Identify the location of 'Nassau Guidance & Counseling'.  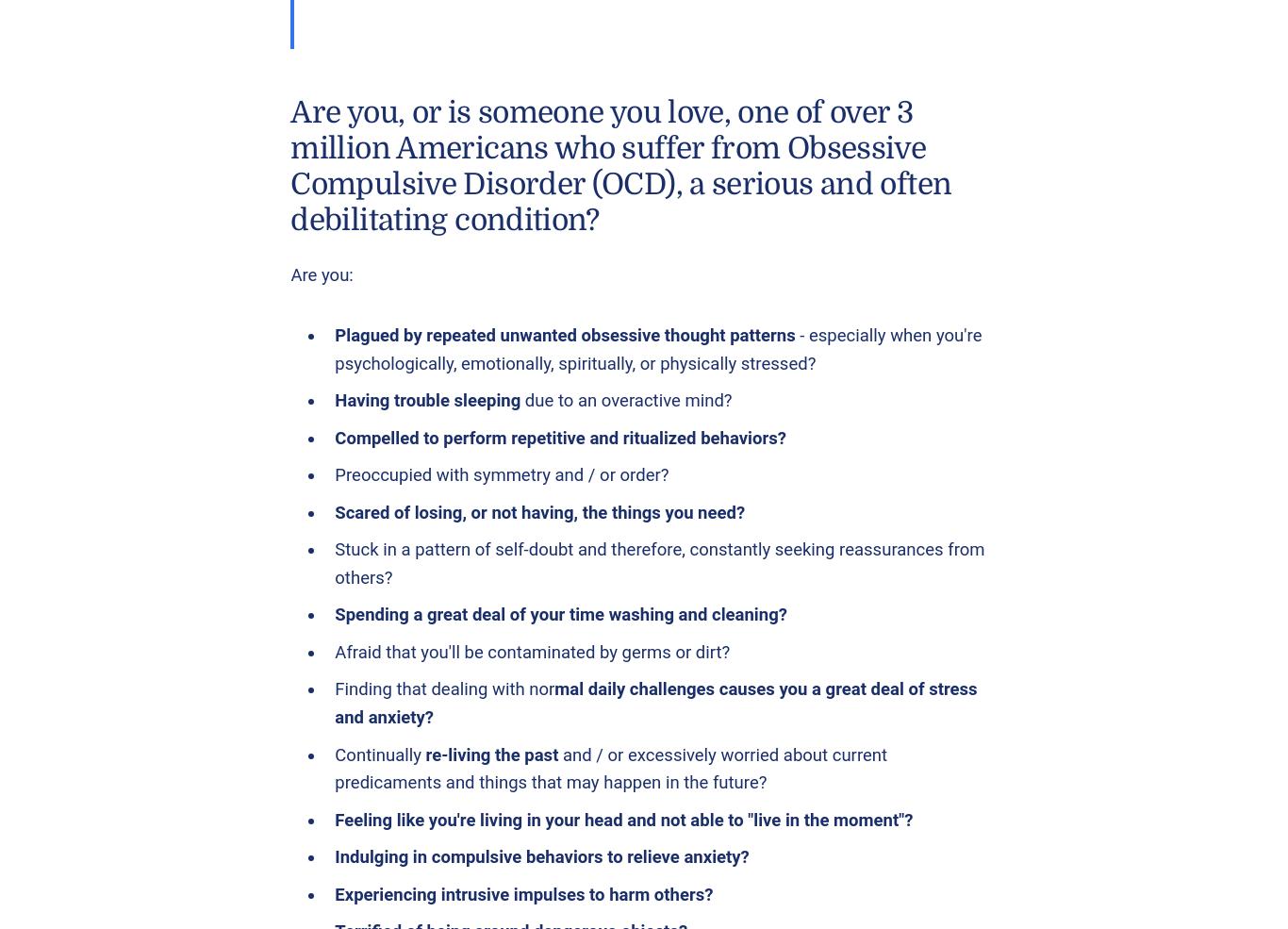
(817, 258).